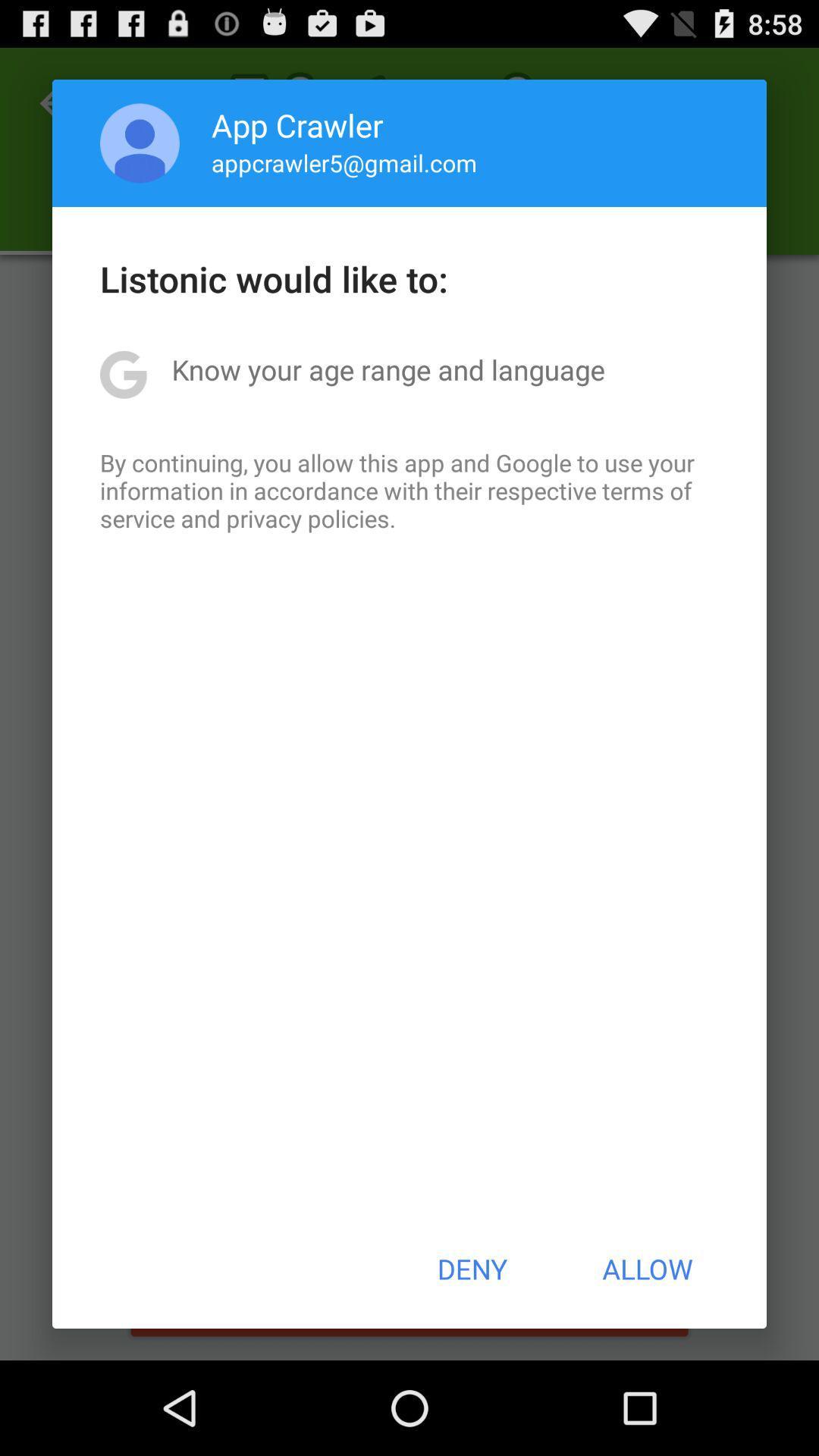 This screenshot has height=1456, width=819. I want to click on the deny icon, so click(471, 1269).